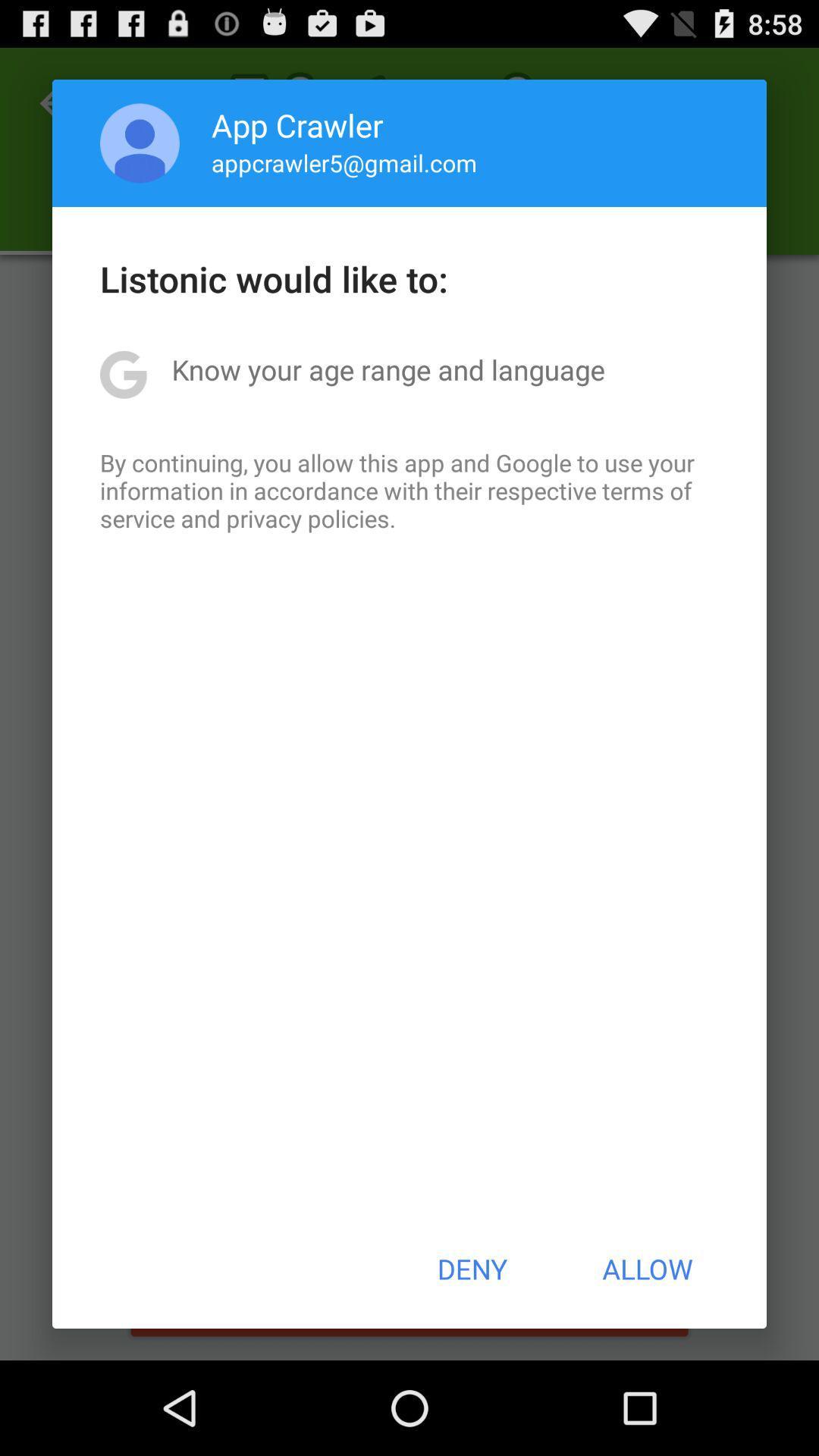 This screenshot has height=1456, width=819. I want to click on the deny icon, so click(471, 1269).